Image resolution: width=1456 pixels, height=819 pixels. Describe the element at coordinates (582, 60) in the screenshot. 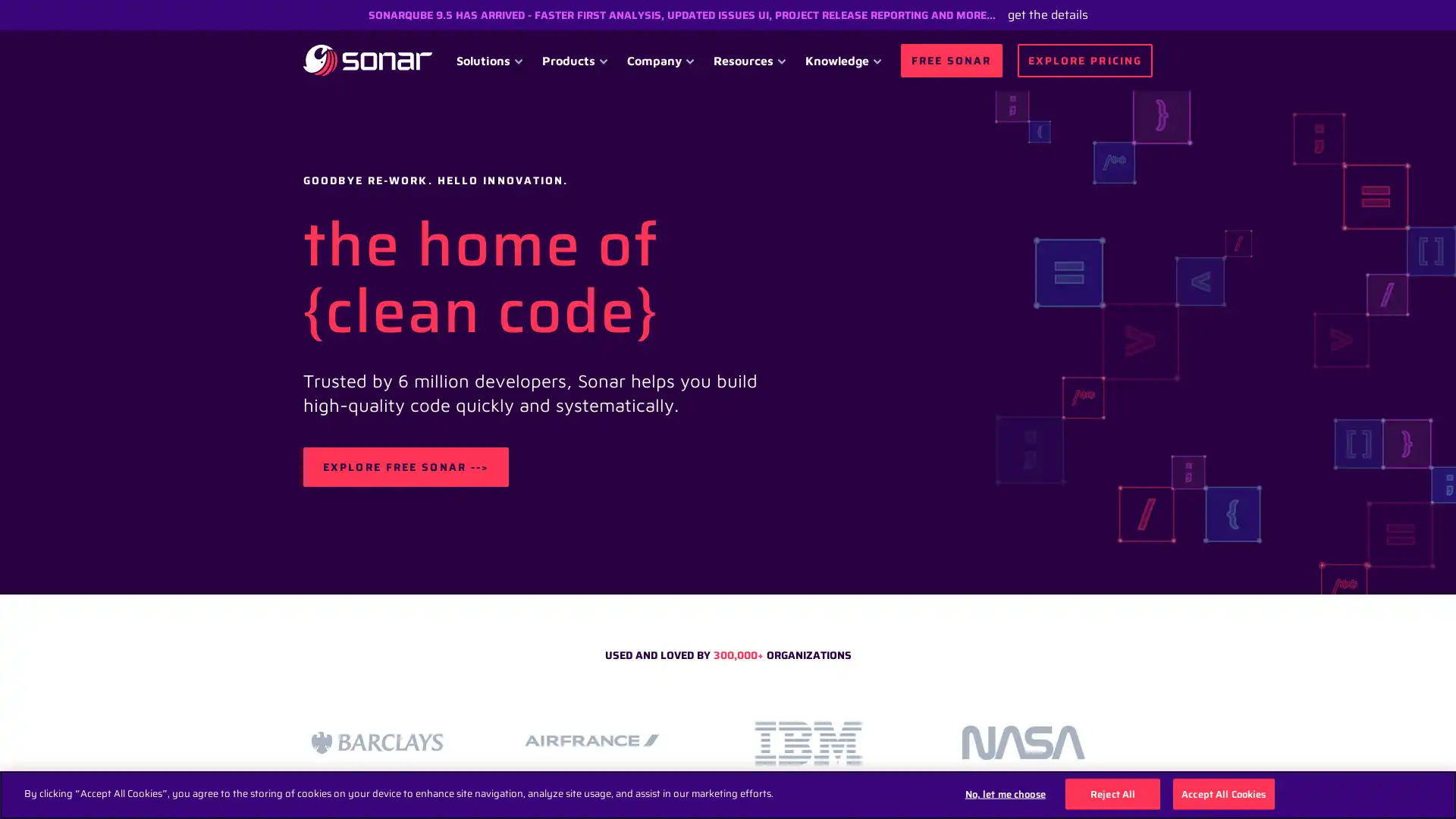

I see `Products` at that location.